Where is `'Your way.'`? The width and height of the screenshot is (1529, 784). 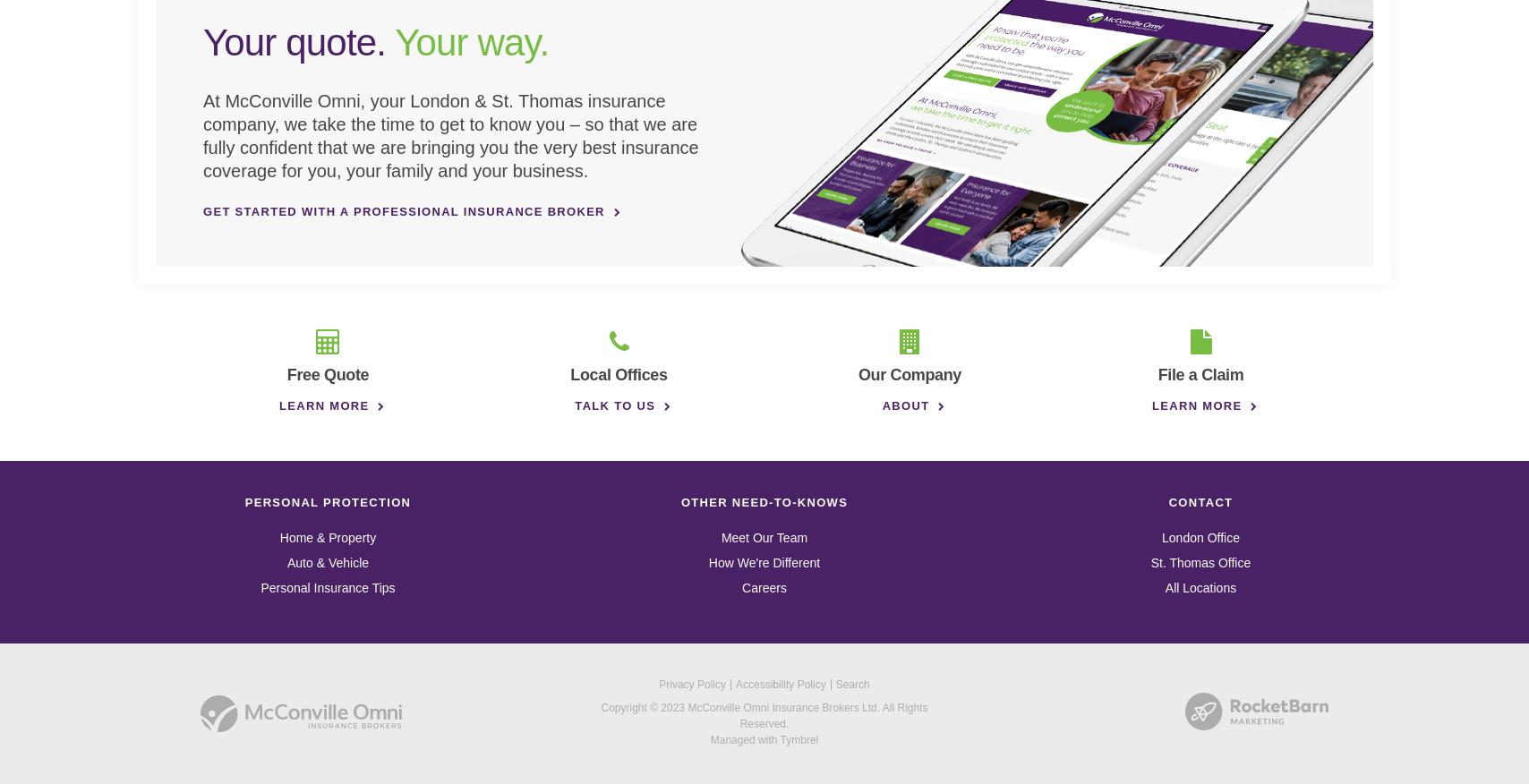 'Your way.' is located at coordinates (471, 40).